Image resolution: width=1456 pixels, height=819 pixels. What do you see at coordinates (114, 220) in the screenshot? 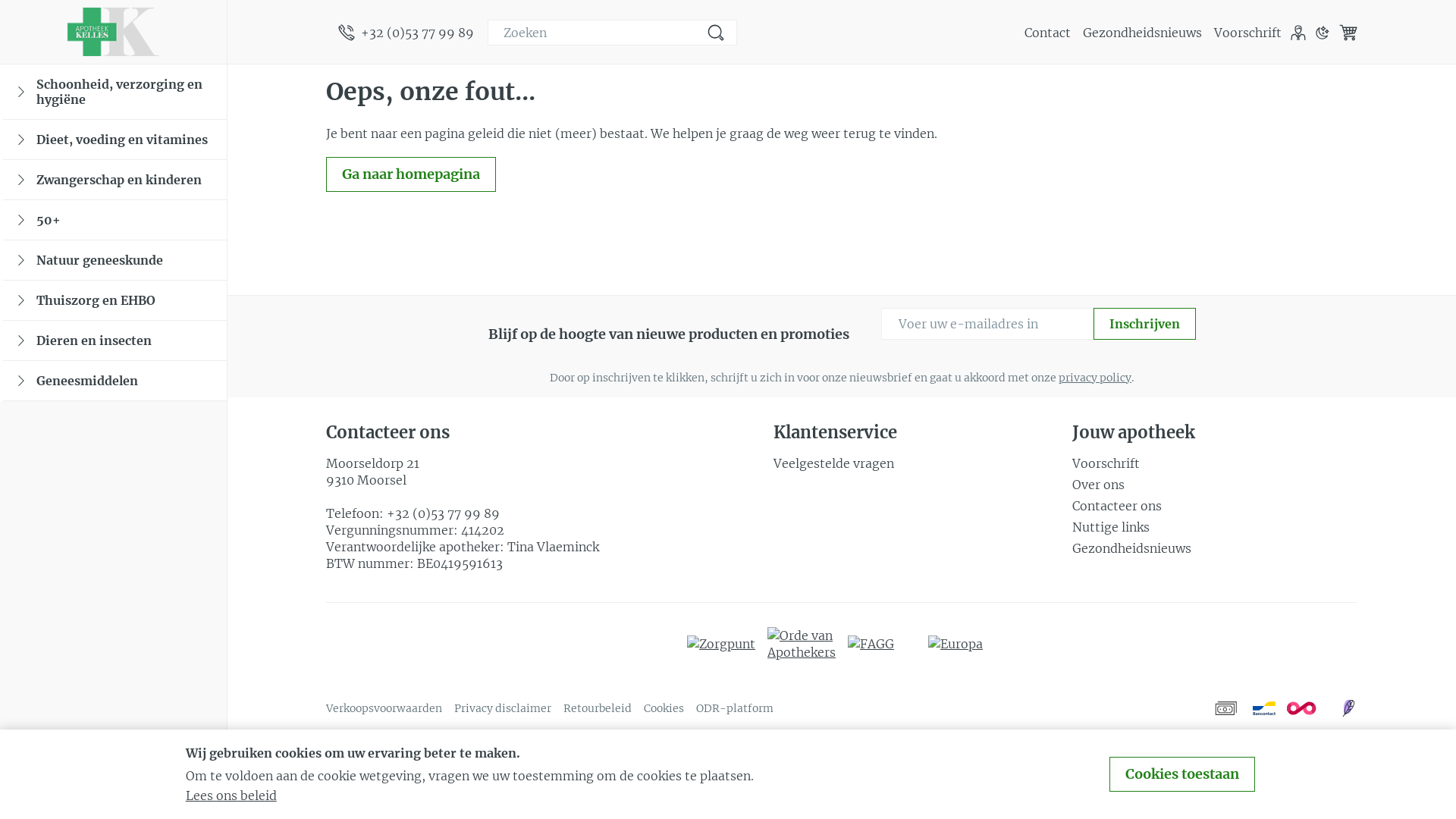
I see `'50+'` at bounding box center [114, 220].